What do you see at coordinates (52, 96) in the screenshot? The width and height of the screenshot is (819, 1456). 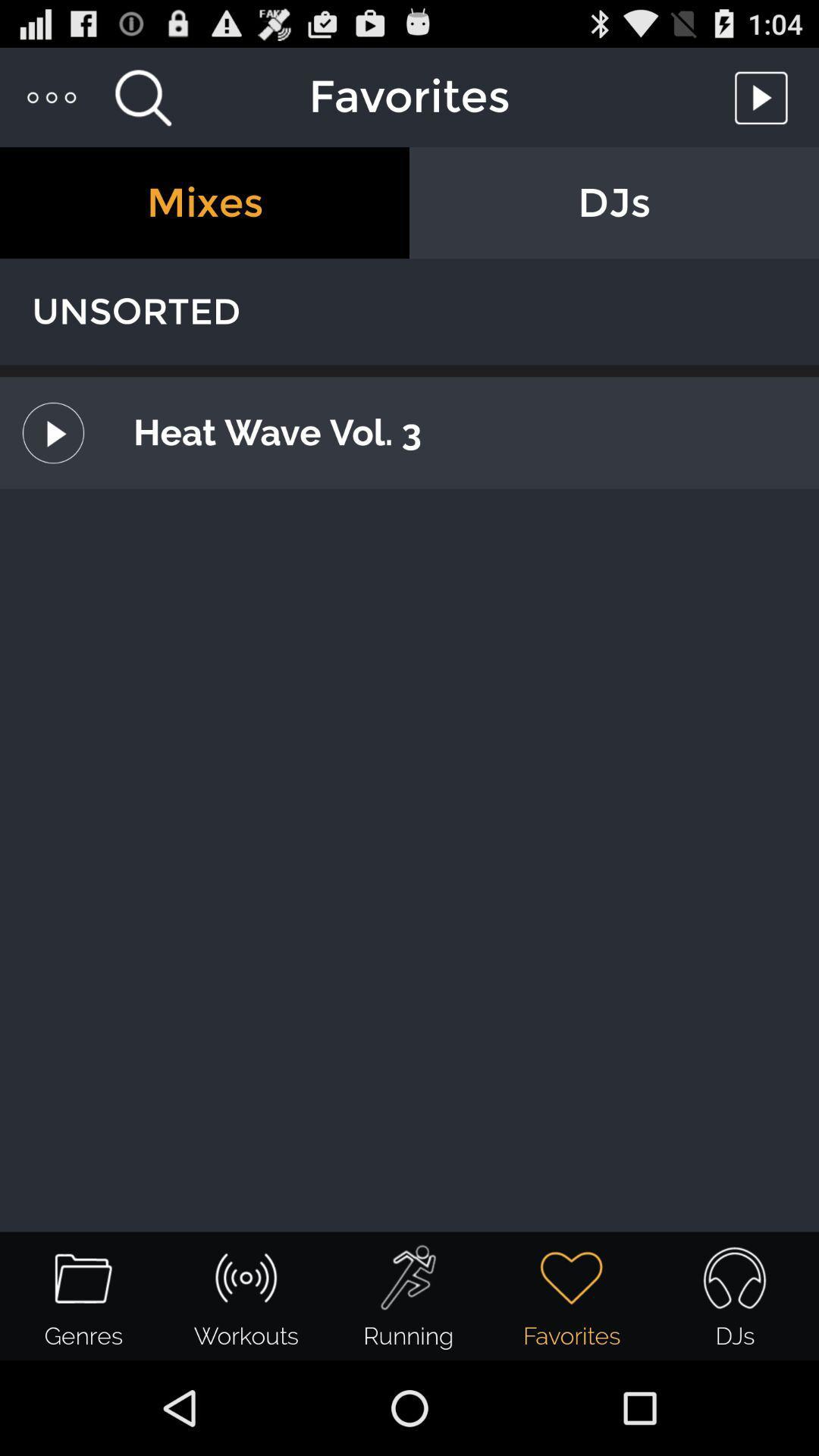 I see `more options` at bounding box center [52, 96].